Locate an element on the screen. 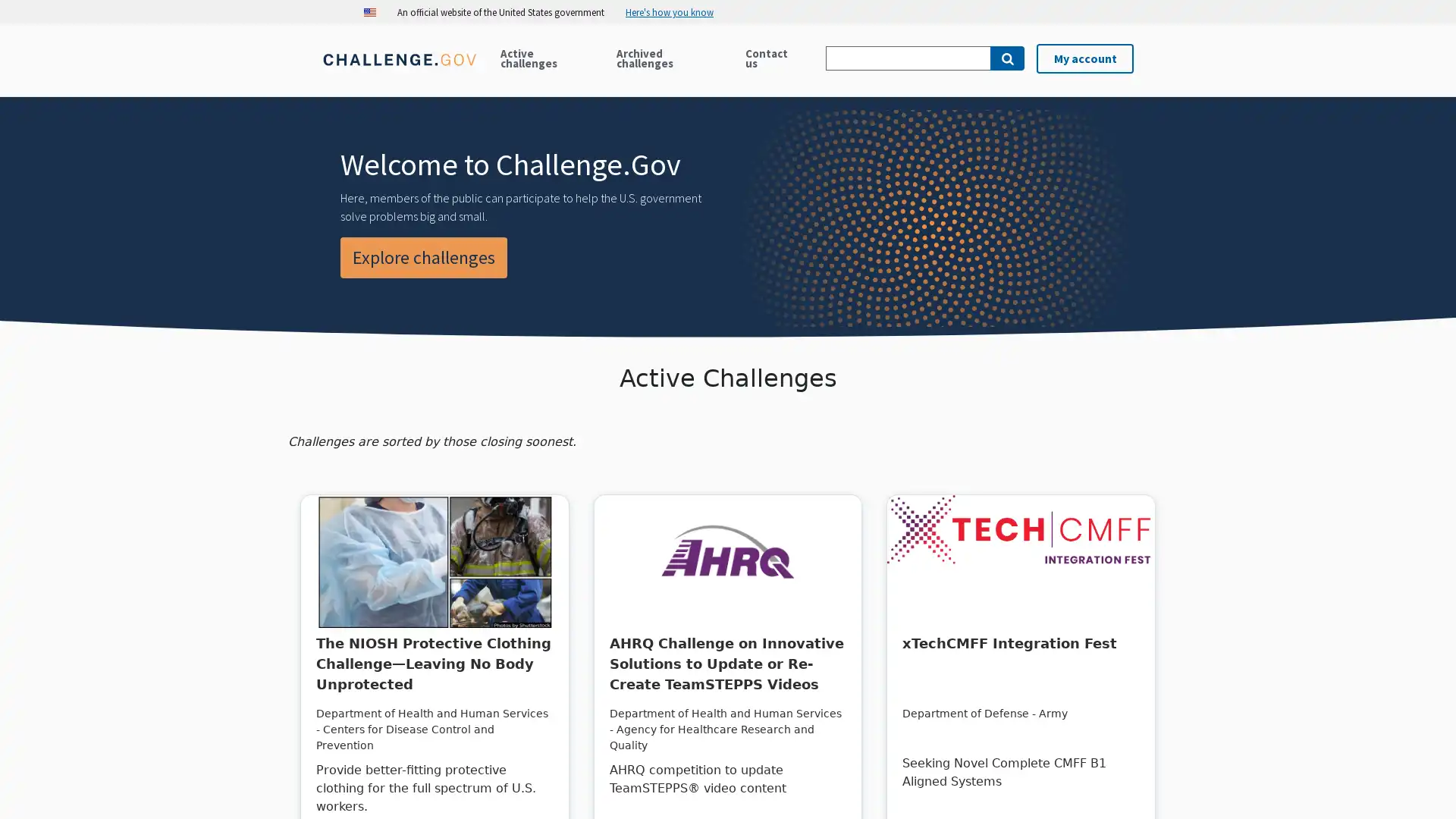 The height and width of the screenshot is (819, 1456). Search is located at coordinates (1007, 58).